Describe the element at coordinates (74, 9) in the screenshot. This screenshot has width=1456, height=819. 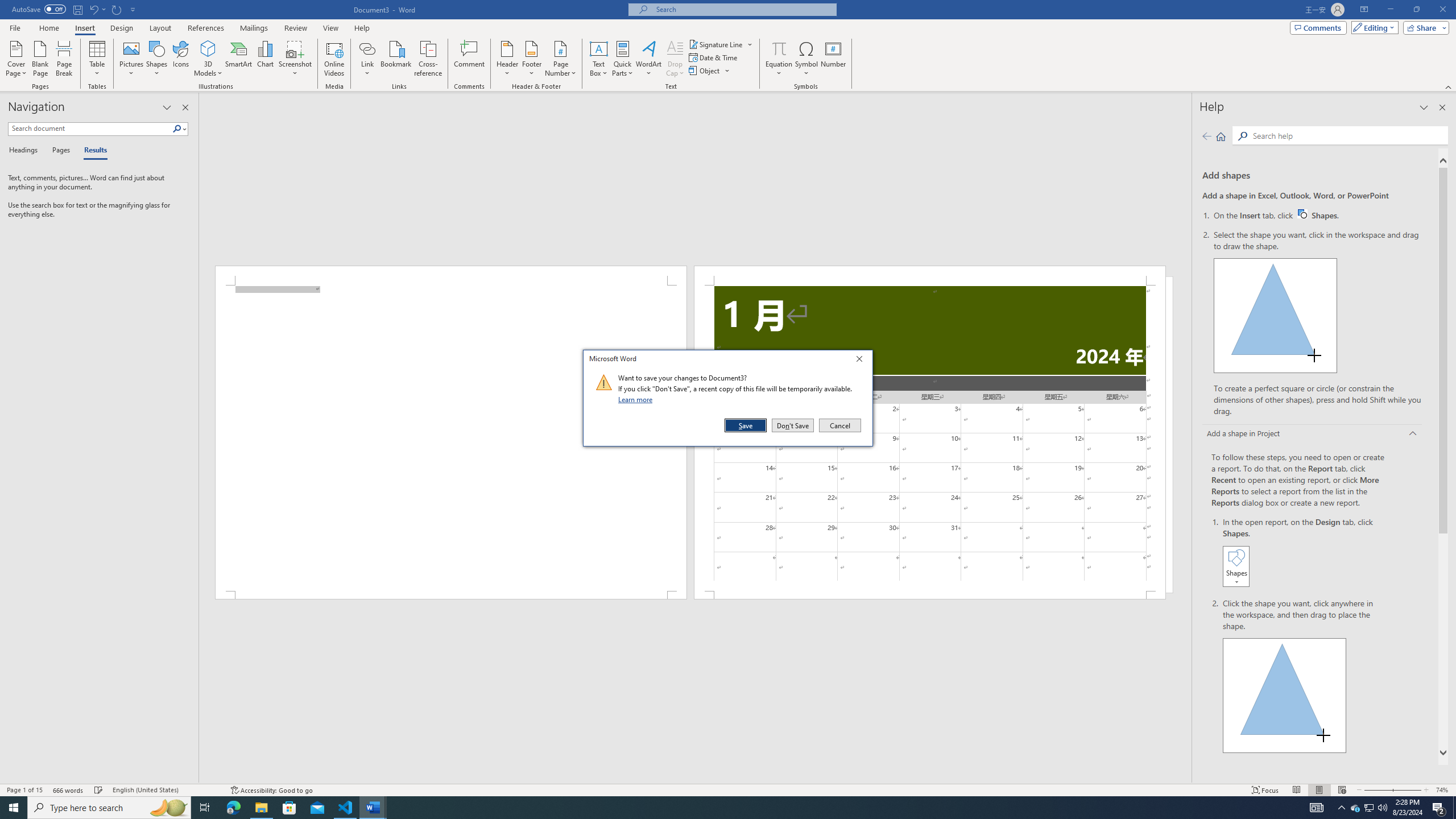
I see `'Quick Access Toolbar'` at that location.